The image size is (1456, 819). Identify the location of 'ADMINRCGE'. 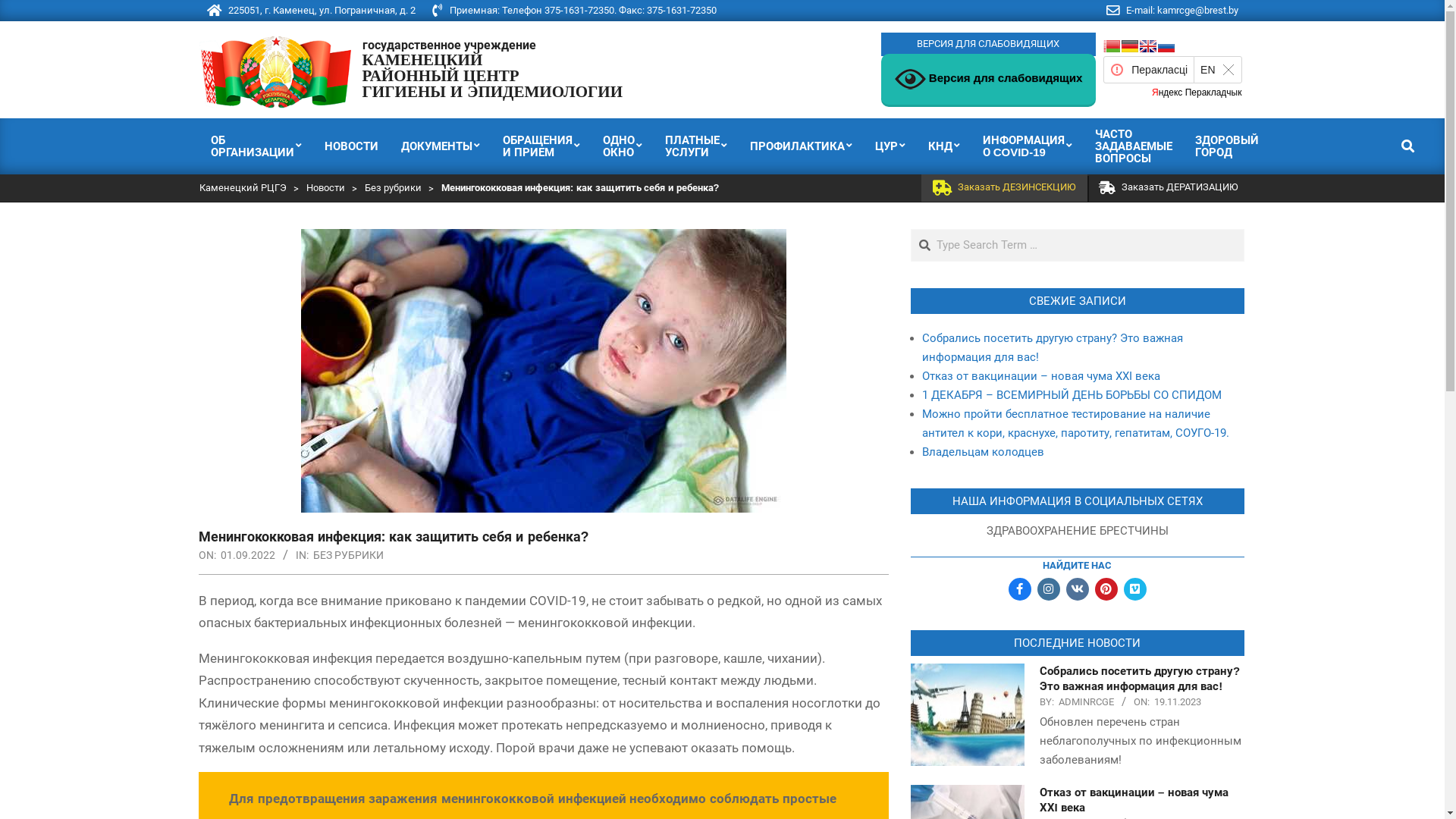
(1085, 701).